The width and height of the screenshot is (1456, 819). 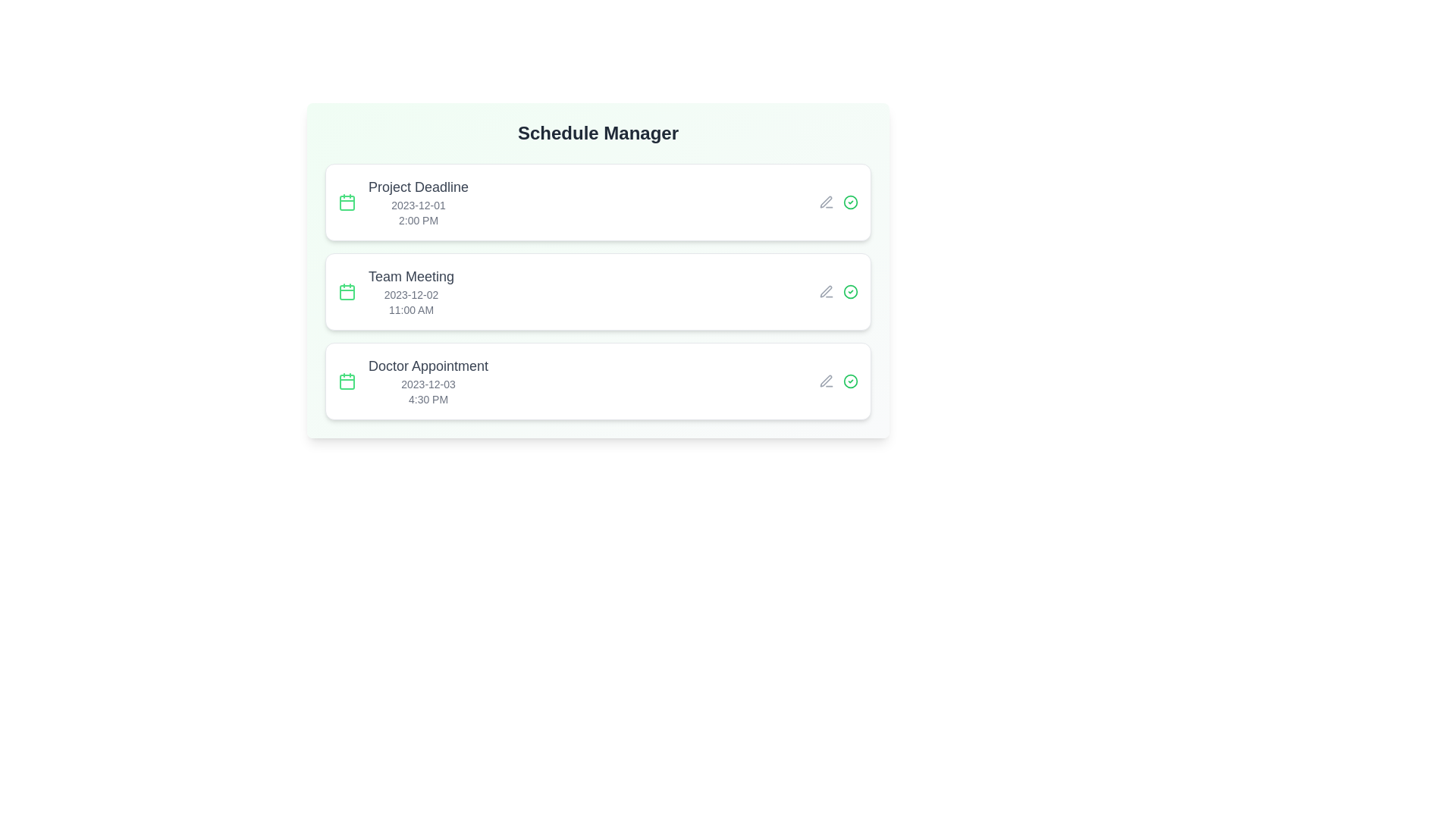 What do you see at coordinates (851, 380) in the screenshot?
I see `the check icon corresponding to the event titled 'Doctor Appointment' to mark it as completed` at bounding box center [851, 380].